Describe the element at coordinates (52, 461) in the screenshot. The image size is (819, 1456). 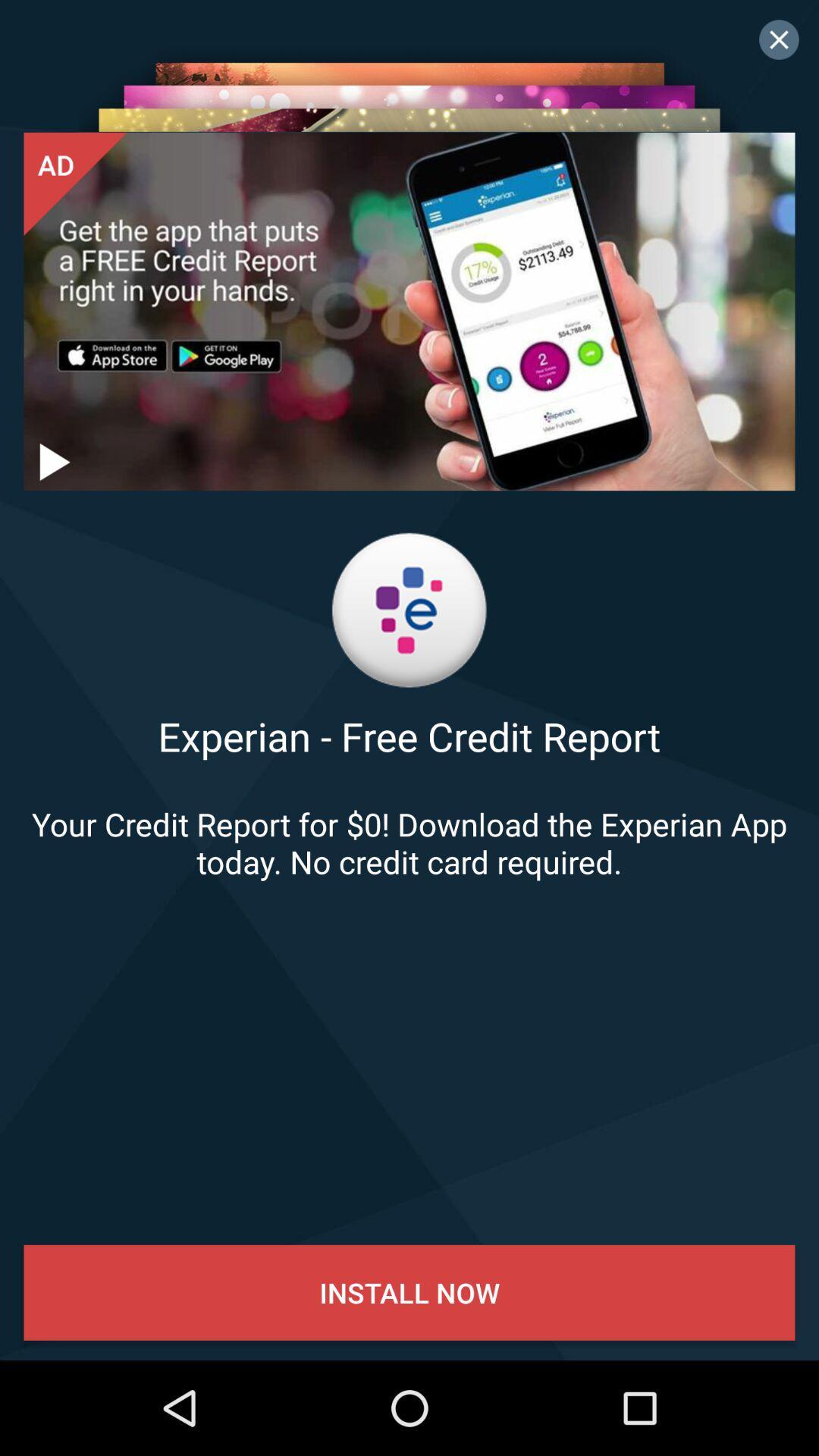
I see `app above experian free credit icon` at that location.